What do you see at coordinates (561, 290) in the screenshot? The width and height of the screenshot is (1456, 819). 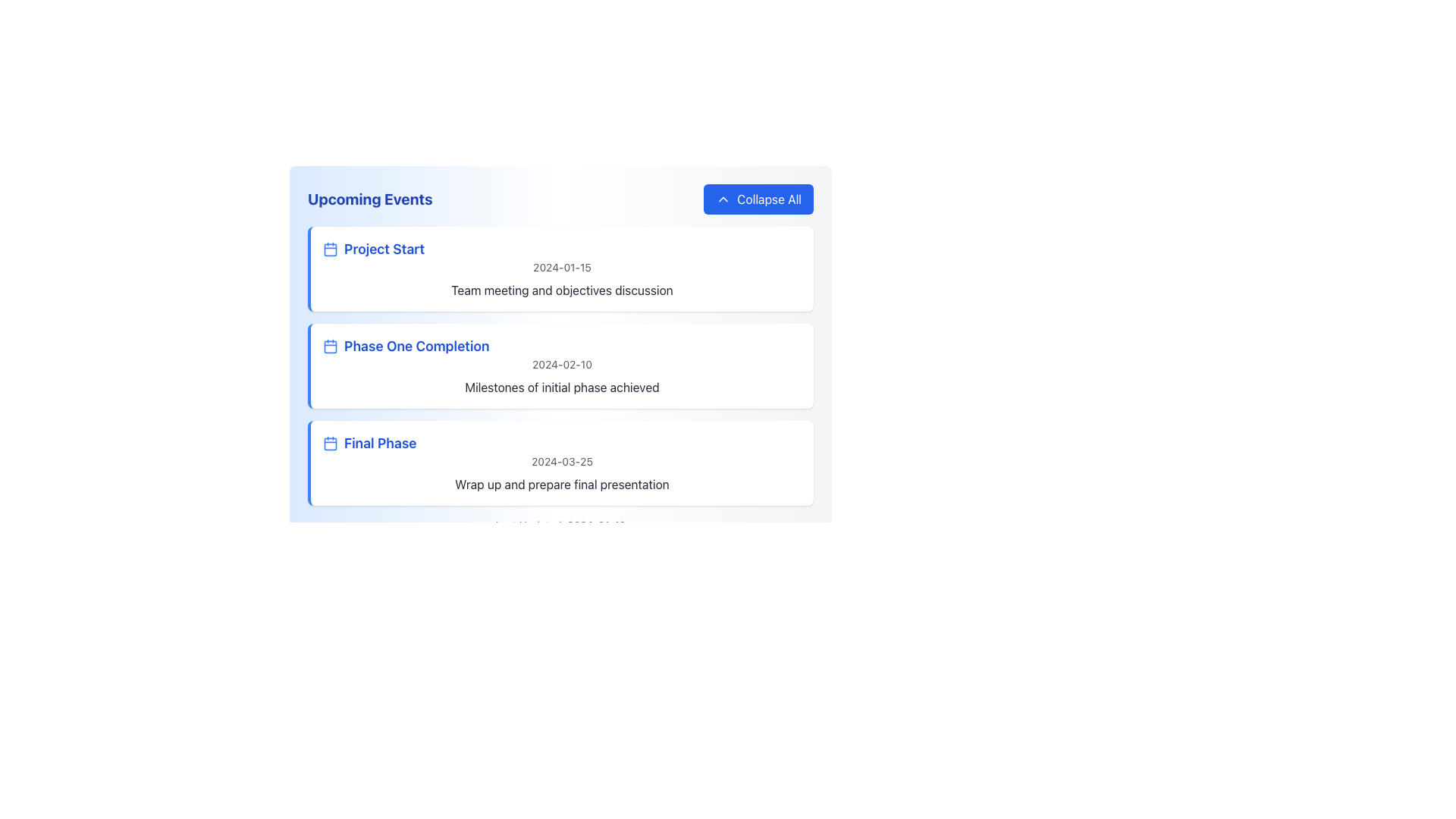 I see `the text label displaying 'Team meeting and objectives discussion' located in the 'Upcoming Events' section, which is positioned below the title 'Project Start' and the date '2024-01-15'` at bounding box center [561, 290].